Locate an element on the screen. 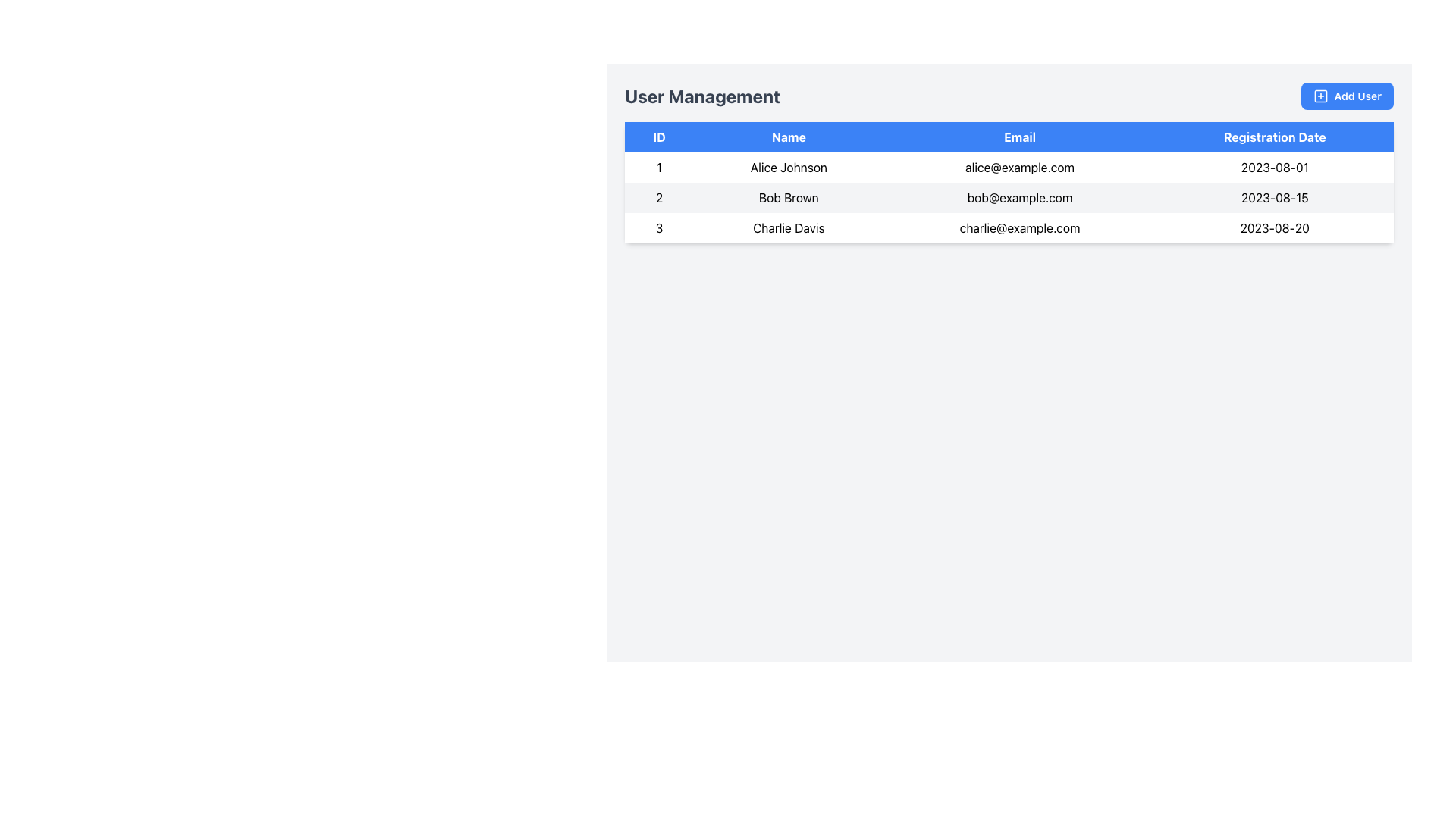 This screenshot has width=1456, height=819. the text displaying the date '2023-08-01' in the 'Registration Date' column of the user details table for Alice Johnson is located at coordinates (1274, 167).